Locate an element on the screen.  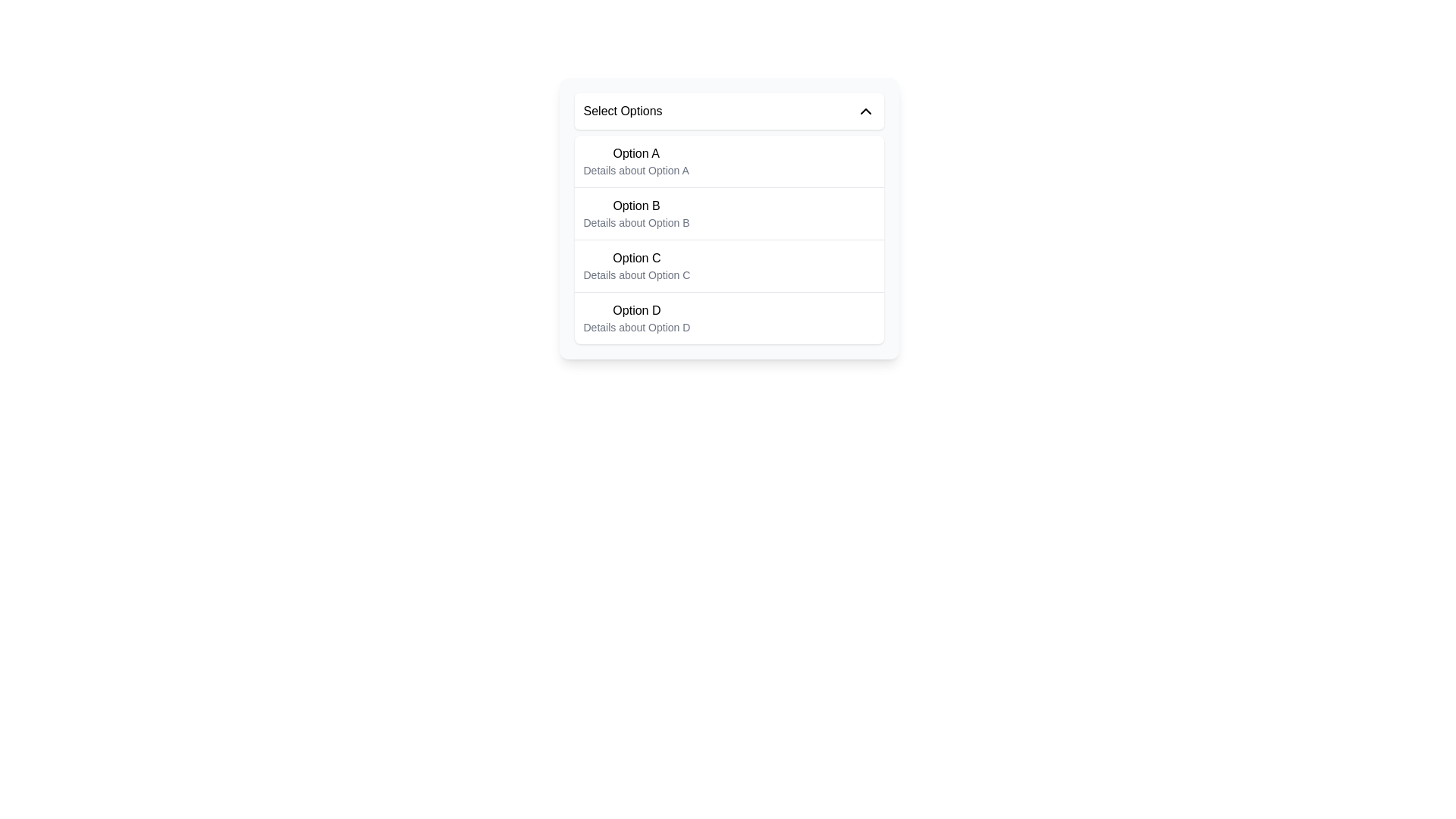
the selectable list item titled 'Option C' is located at coordinates (729, 265).